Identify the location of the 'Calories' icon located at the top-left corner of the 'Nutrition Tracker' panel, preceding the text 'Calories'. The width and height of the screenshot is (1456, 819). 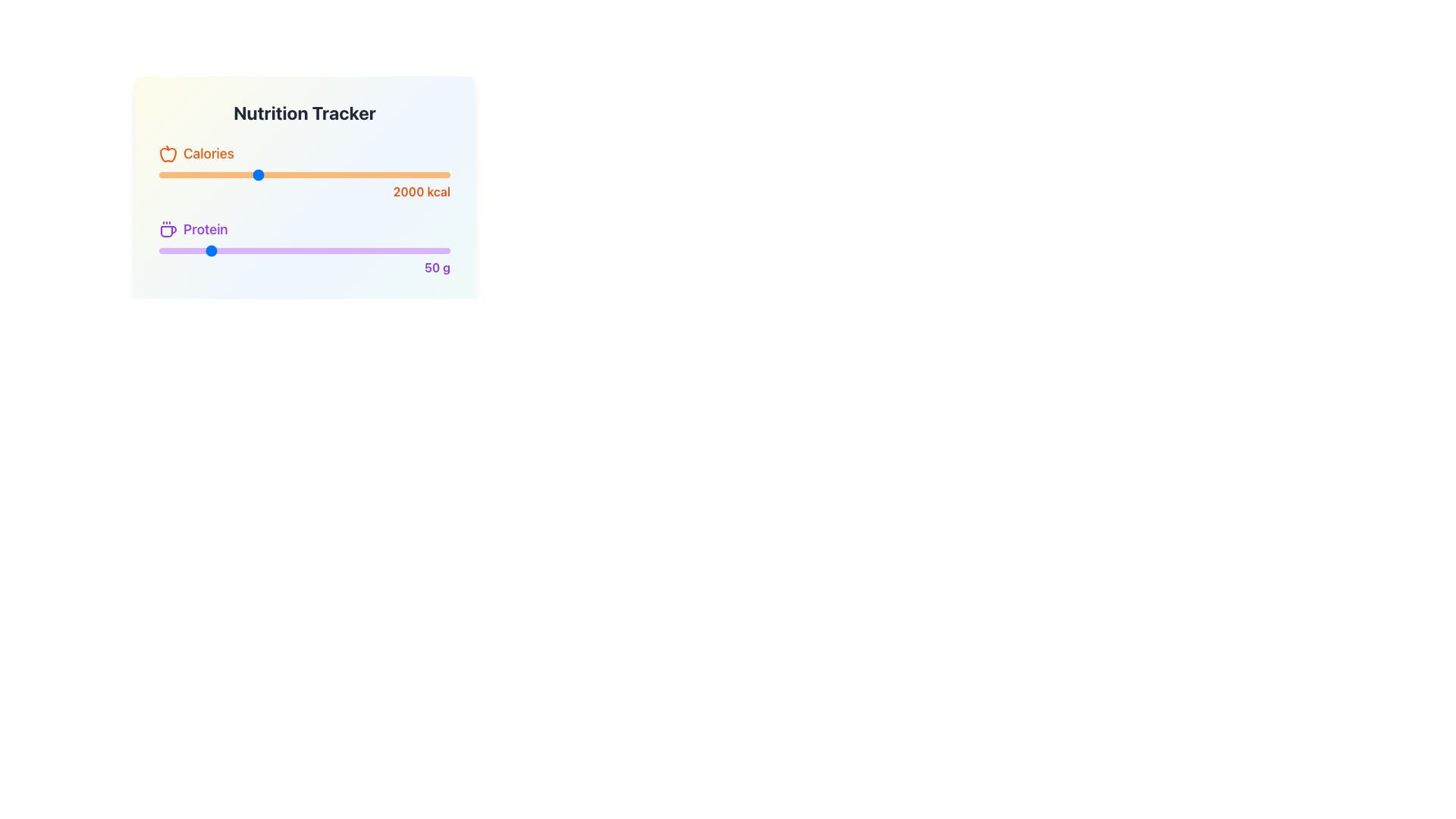
(168, 154).